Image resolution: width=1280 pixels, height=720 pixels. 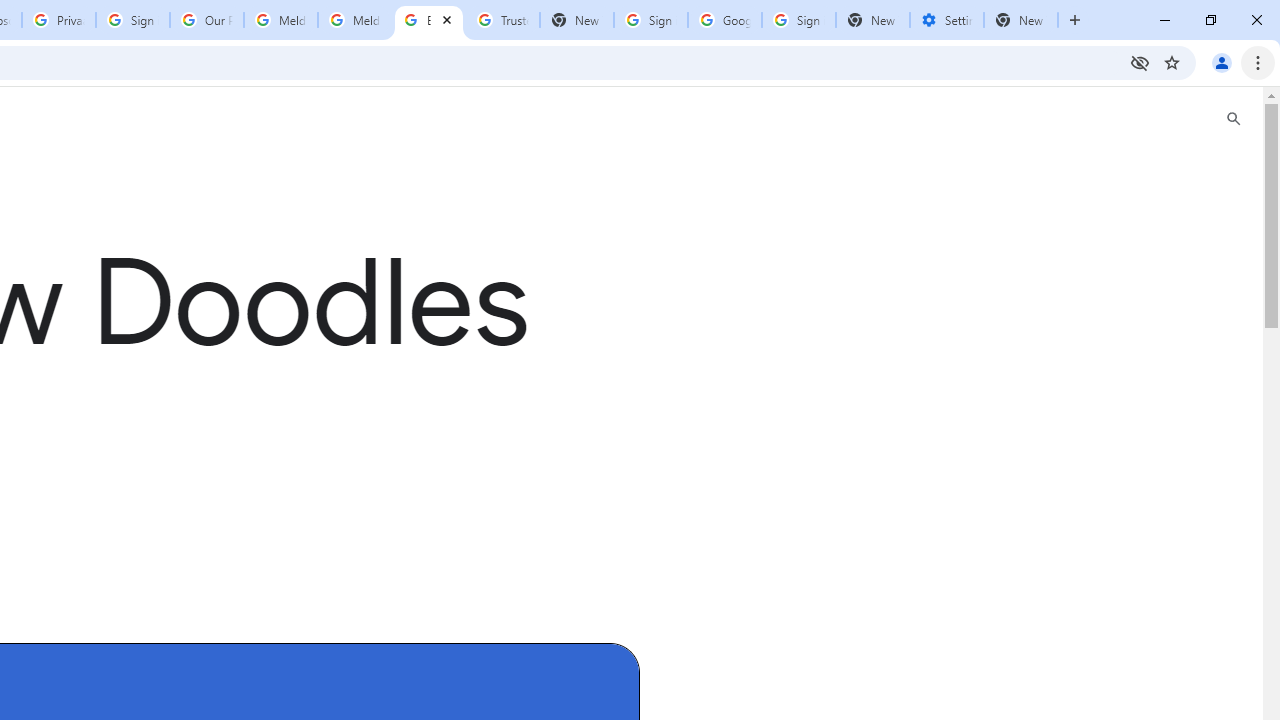 I want to click on 'Sign in - Google Accounts', so click(x=132, y=20).